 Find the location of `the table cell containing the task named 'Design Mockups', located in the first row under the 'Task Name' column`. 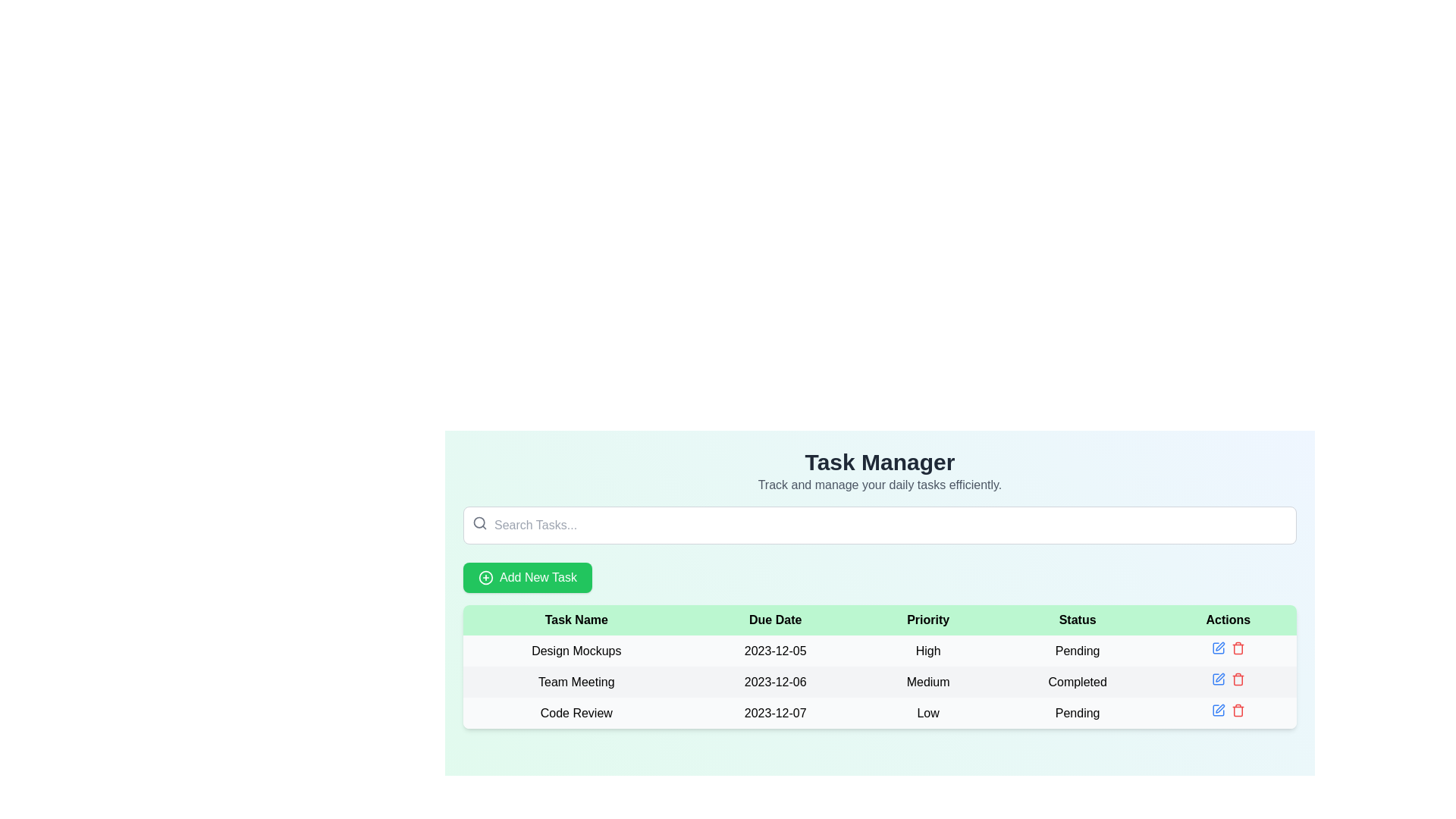

the table cell containing the task named 'Design Mockups', located in the first row under the 'Task Name' column is located at coordinates (576, 650).